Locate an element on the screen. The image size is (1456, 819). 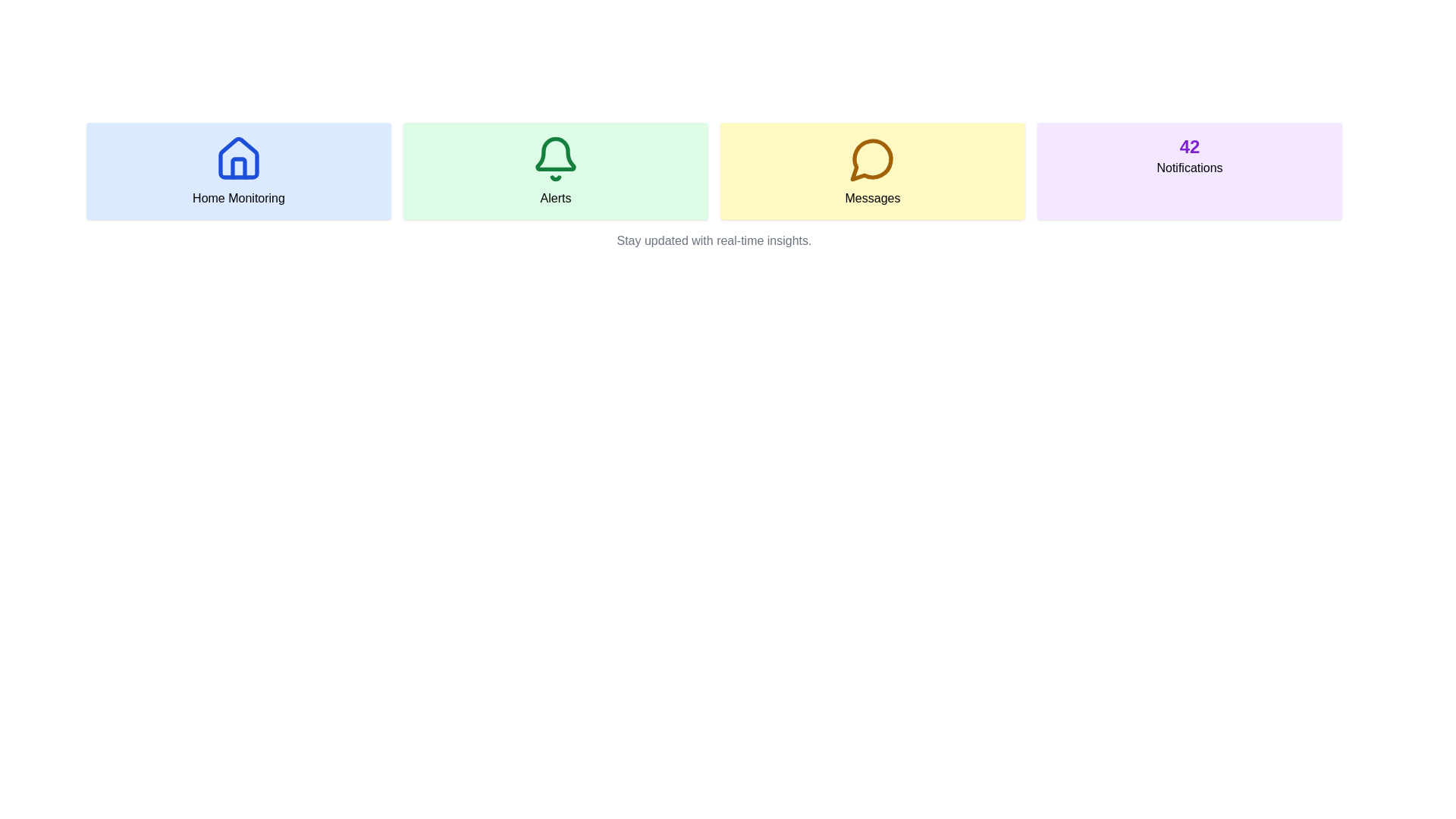
the 'Alerts' text label is located at coordinates (555, 198).